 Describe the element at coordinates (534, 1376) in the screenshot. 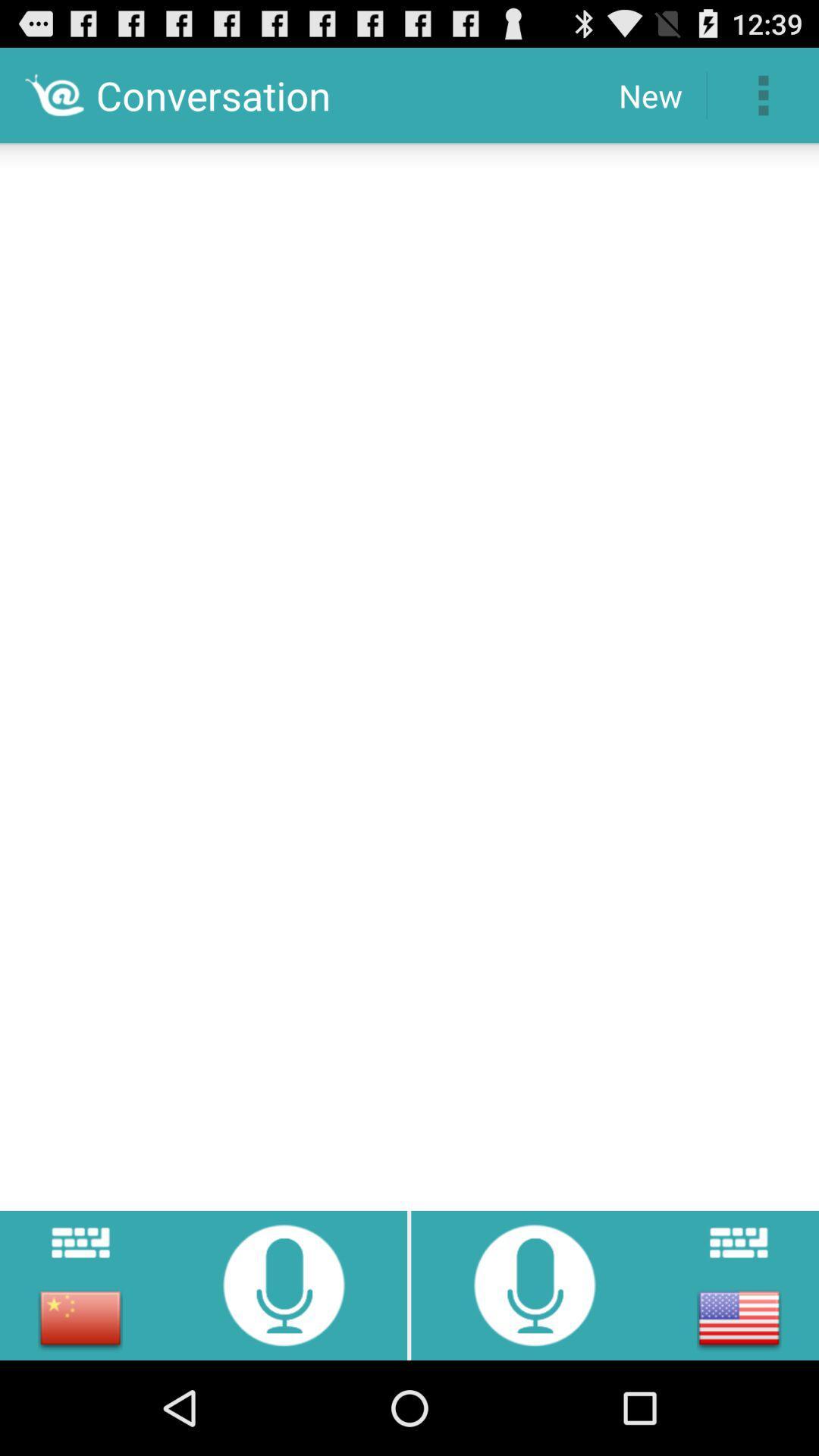

I see `the microphone icon` at that location.